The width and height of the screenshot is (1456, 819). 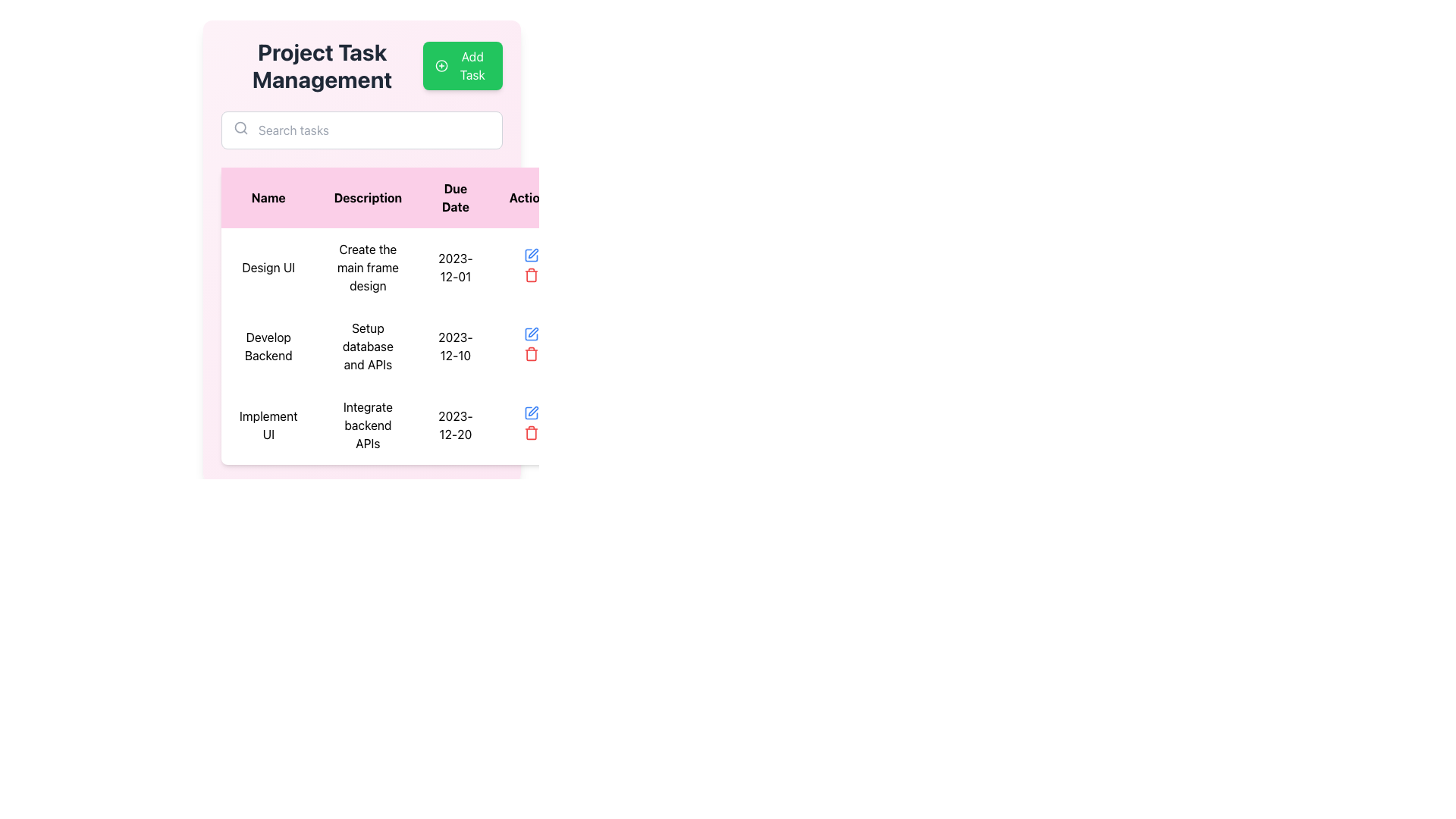 What do you see at coordinates (240, 127) in the screenshot?
I see `the circle element representing the lens of the magnifying glass, which is part of the search icon located at the top left inside the search input field area` at bounding box center [240, 127].